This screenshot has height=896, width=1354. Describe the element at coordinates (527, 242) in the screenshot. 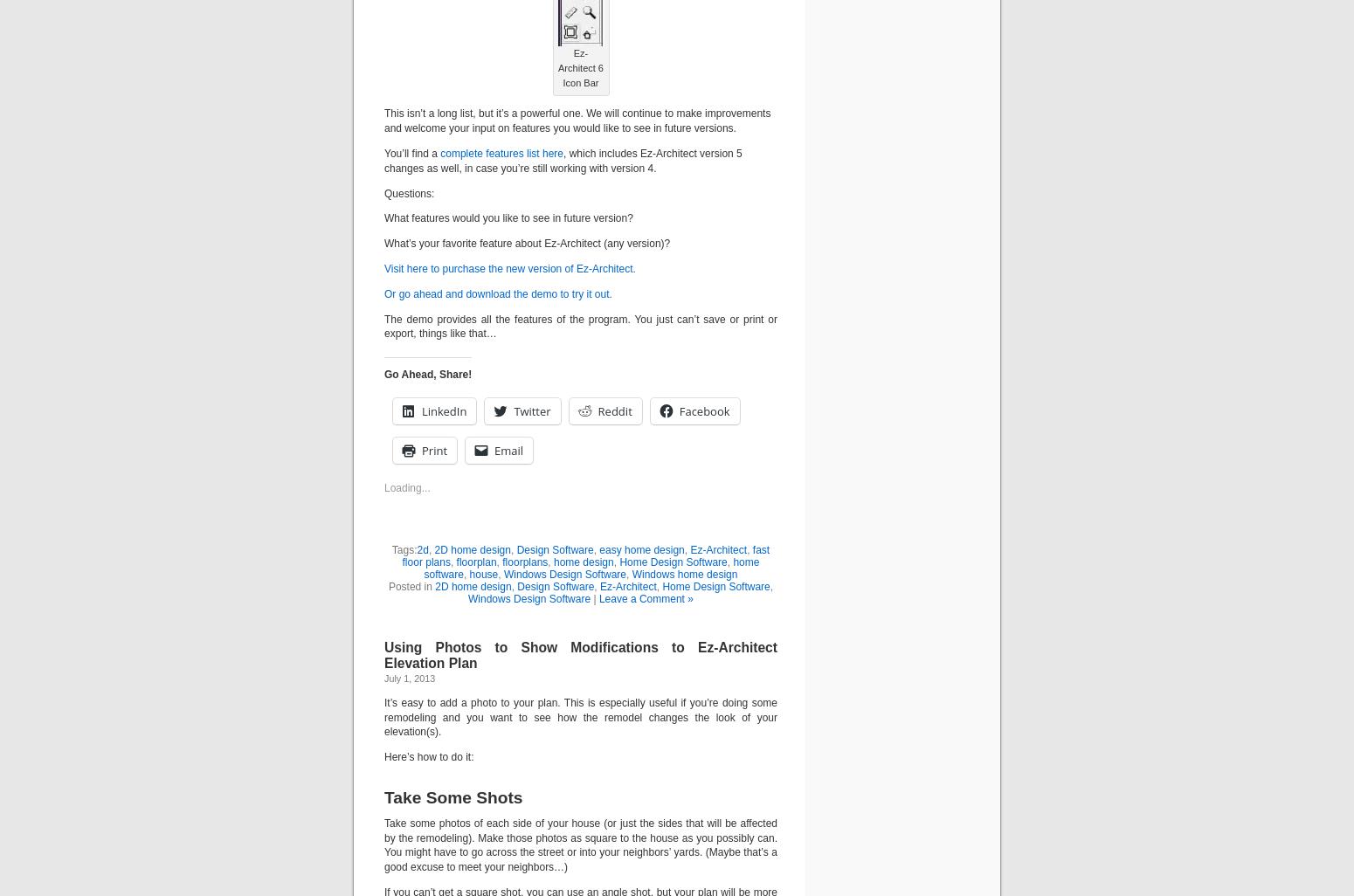

I see `'What’s your favorite feature about Ez-Architect (any version)?'` at that location.